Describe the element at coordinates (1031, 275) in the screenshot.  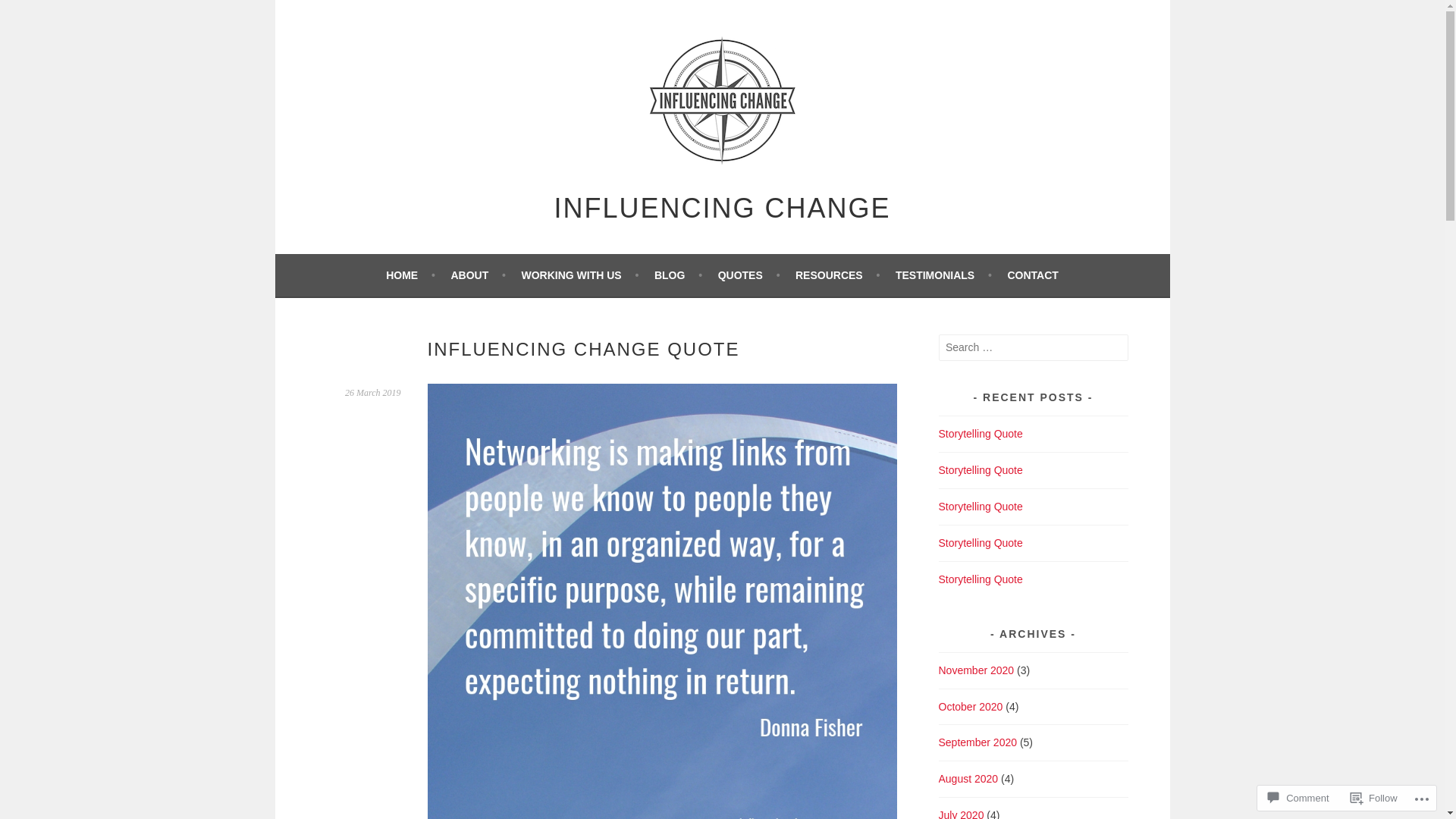
I see `'CONTACT'` at that location.